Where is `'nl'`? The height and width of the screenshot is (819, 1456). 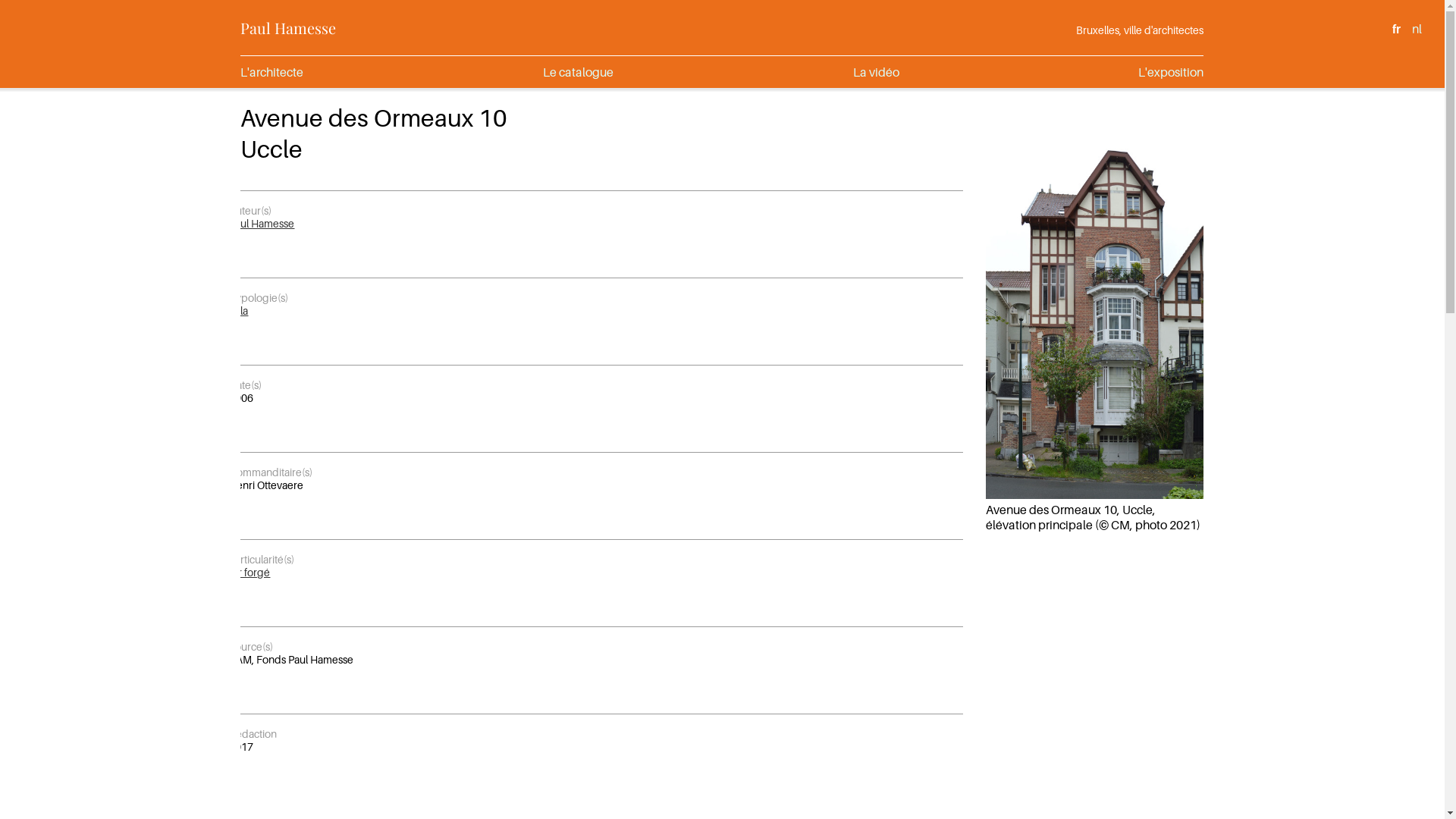 'nl' is located at coordinates (1416, 29).